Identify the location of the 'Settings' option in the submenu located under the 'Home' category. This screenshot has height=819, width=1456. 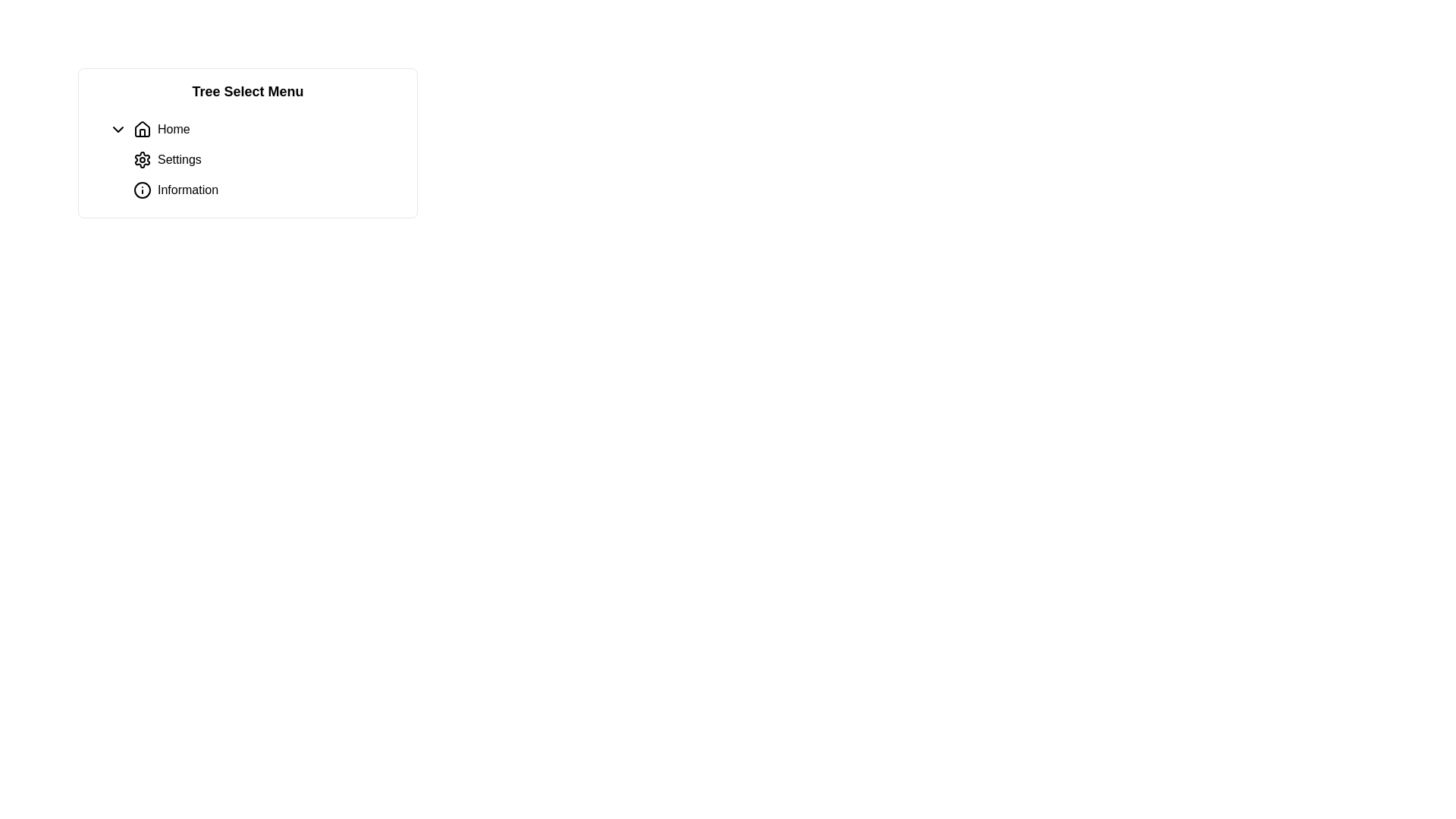
(259, 174).